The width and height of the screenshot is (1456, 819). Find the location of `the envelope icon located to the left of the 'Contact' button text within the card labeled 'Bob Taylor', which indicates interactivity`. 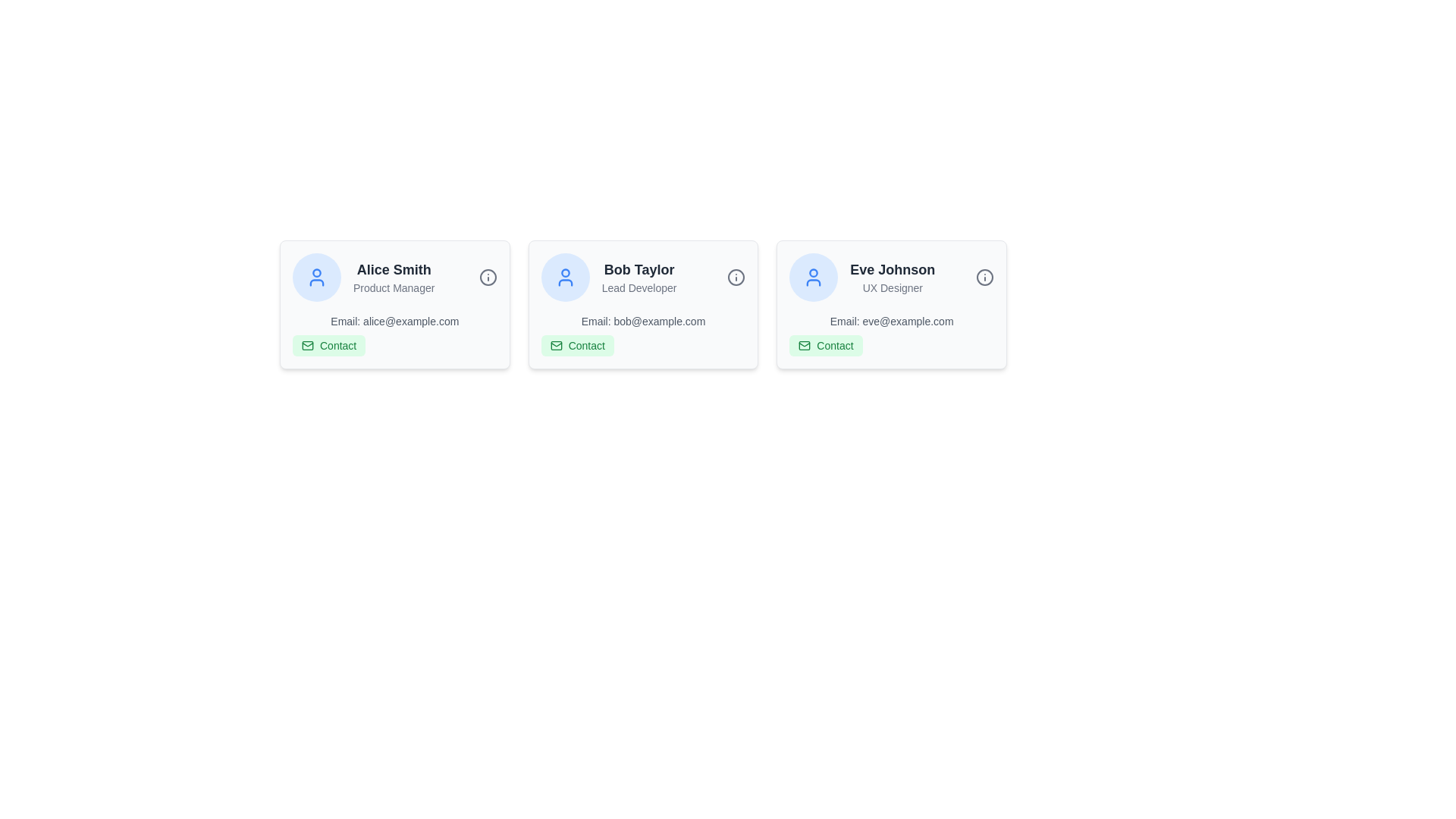

the envelope icon located to the left of the 'Contact' button text within the card labeled 'Bob Taylor', which indicates interactivity is located at coordinates (555, 345).